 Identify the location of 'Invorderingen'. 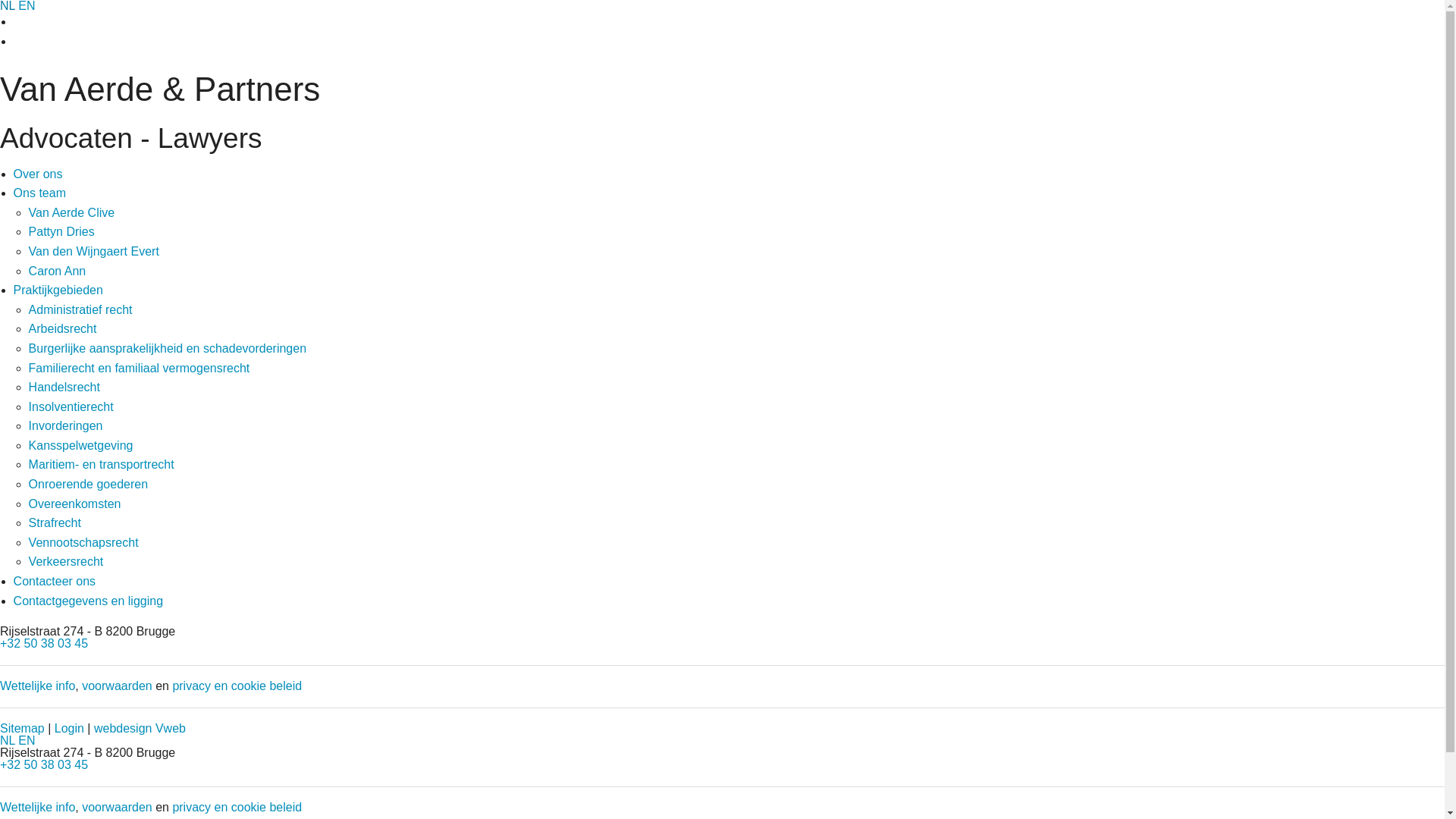
(64, 425).